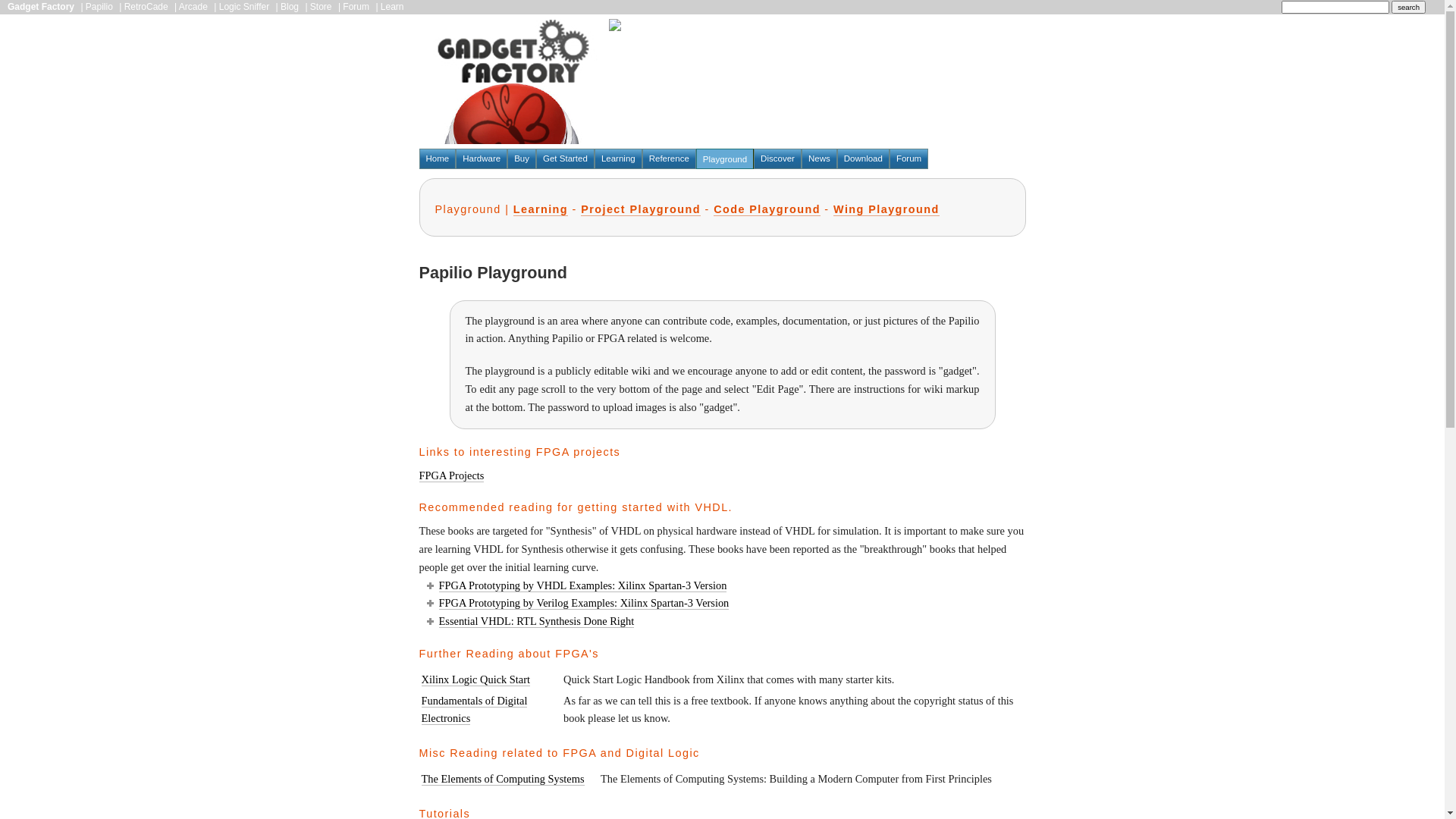 Image resolution: width=1456 pixels, height=819 pixels. I want to click on 'News', so click(818, 158).